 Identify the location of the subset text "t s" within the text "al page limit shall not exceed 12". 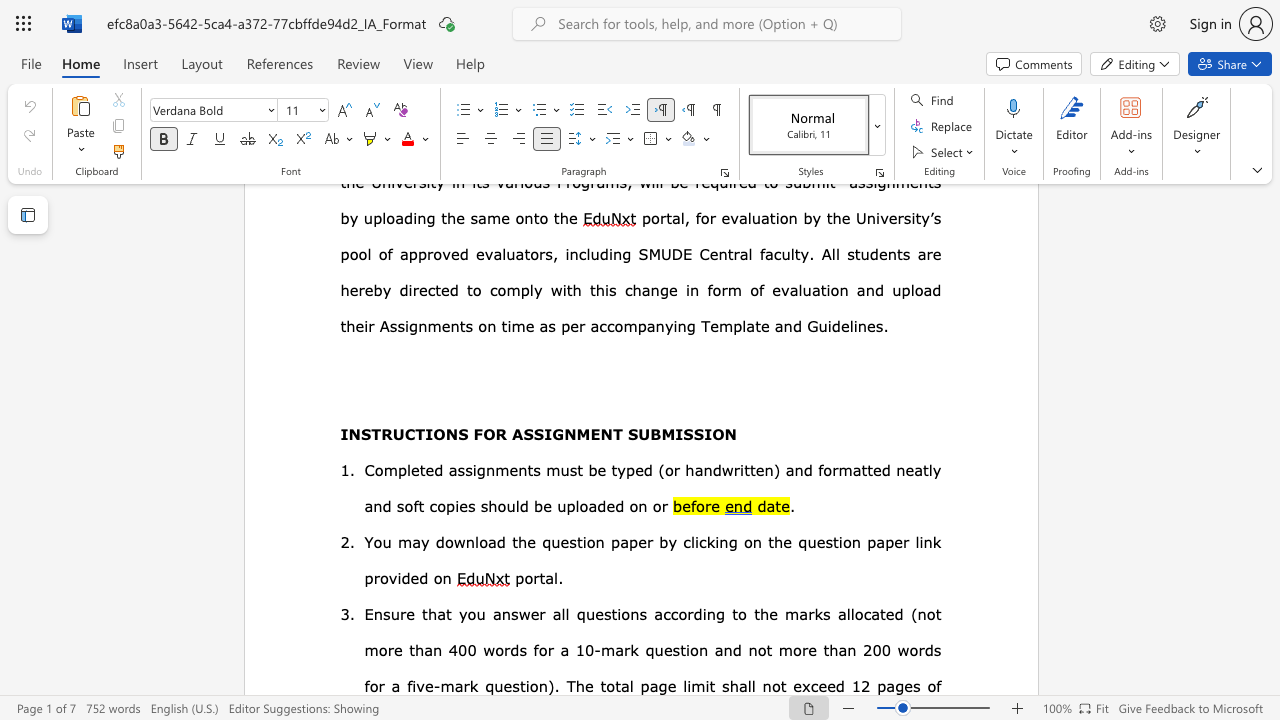
(709, 685).